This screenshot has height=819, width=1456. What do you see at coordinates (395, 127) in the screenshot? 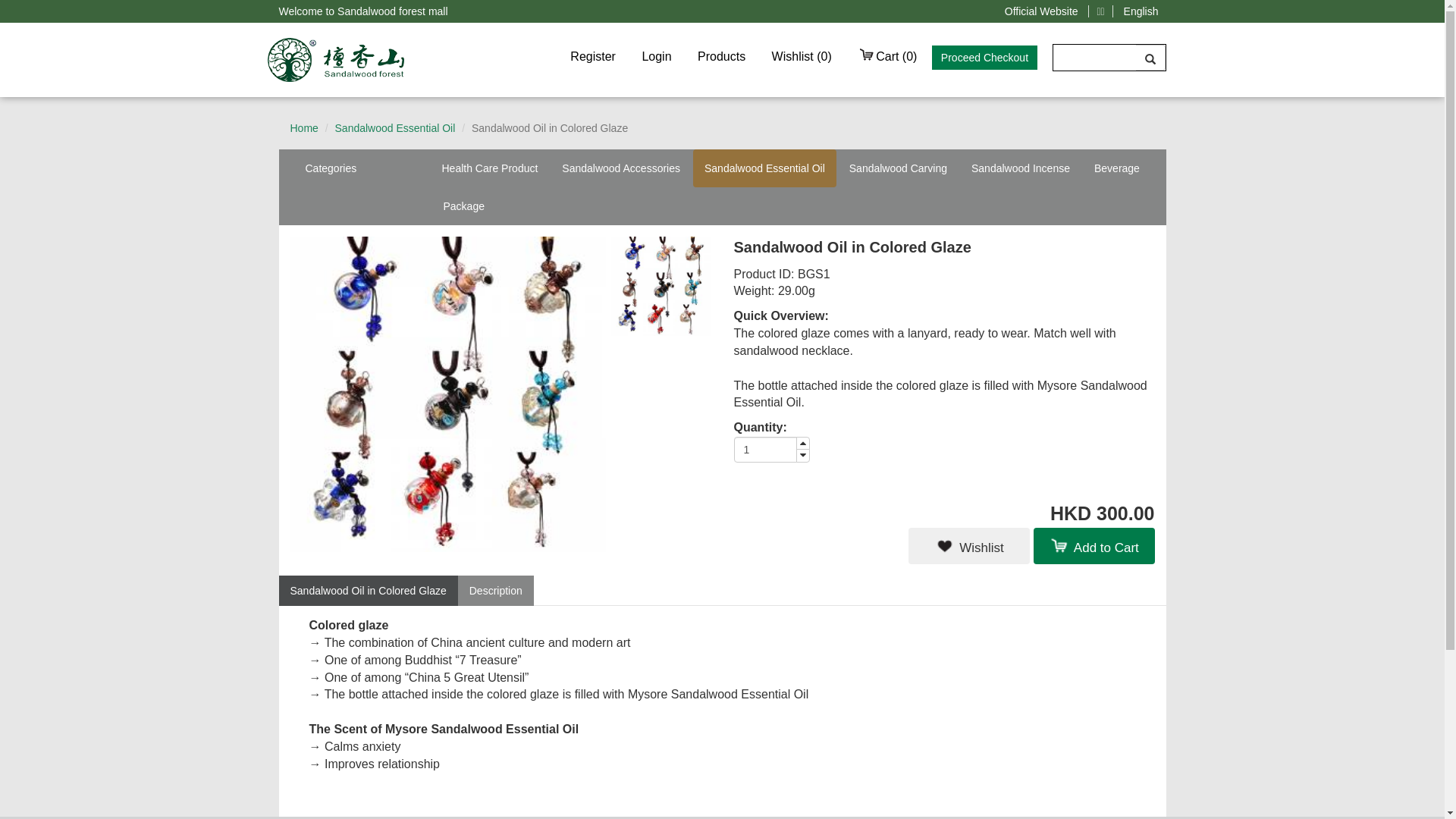
I see `'Sandalwood Essential Oil'` at bounding box center [395, 127].